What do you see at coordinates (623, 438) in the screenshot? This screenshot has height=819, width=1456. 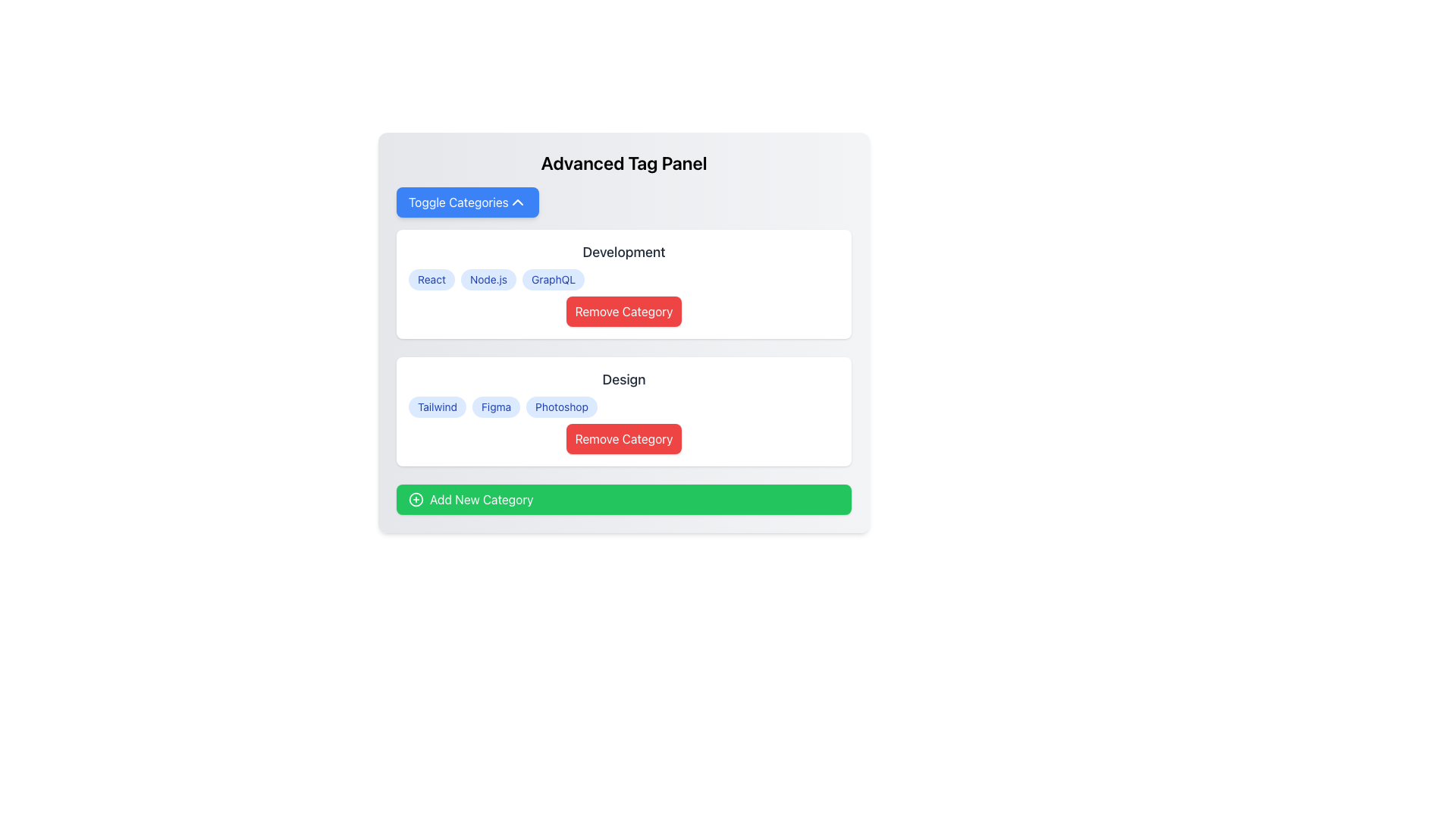 I see `the 'Remove Category' button, which is a red button with white text, located near the bottom-right corner of the 'Design' box` at bounding box center [623, 438].